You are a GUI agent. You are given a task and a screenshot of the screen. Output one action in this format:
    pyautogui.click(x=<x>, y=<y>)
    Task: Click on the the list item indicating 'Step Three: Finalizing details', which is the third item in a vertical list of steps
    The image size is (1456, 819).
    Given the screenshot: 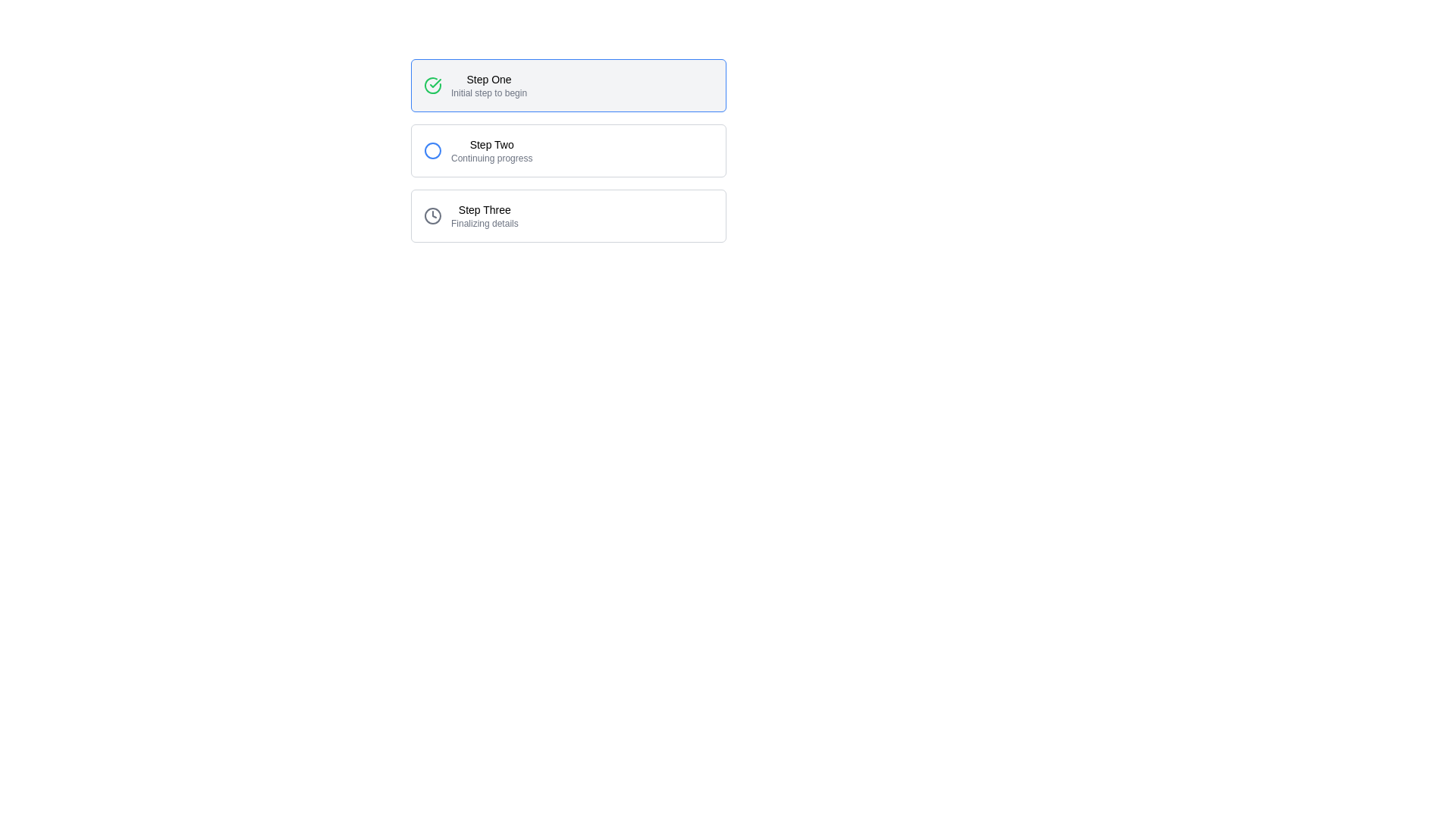 What is the action you would take?
    pyautogui.click(x=567, y=216)
    